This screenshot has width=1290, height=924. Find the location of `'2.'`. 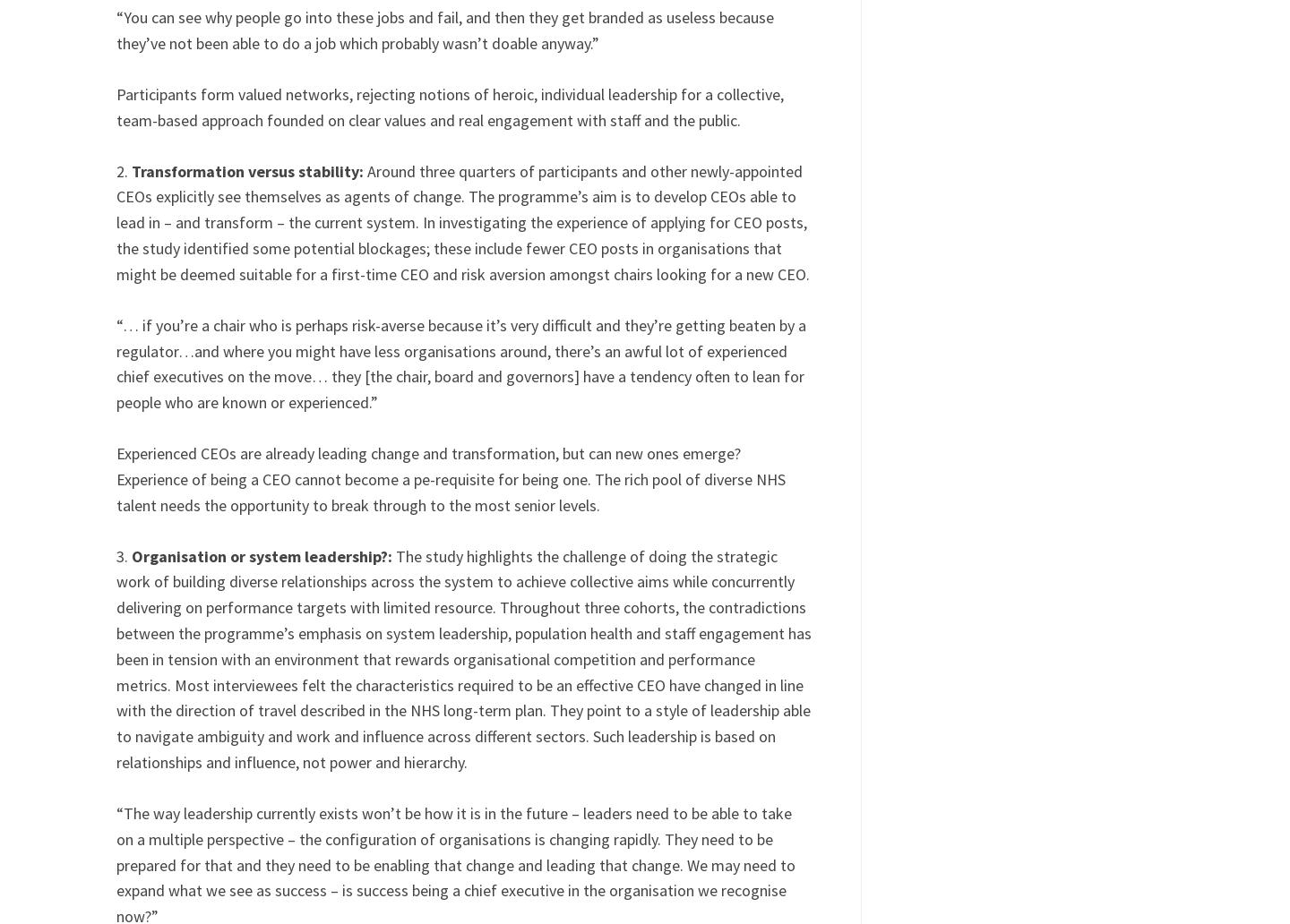

'2.' is located at coordinates (123, 169).